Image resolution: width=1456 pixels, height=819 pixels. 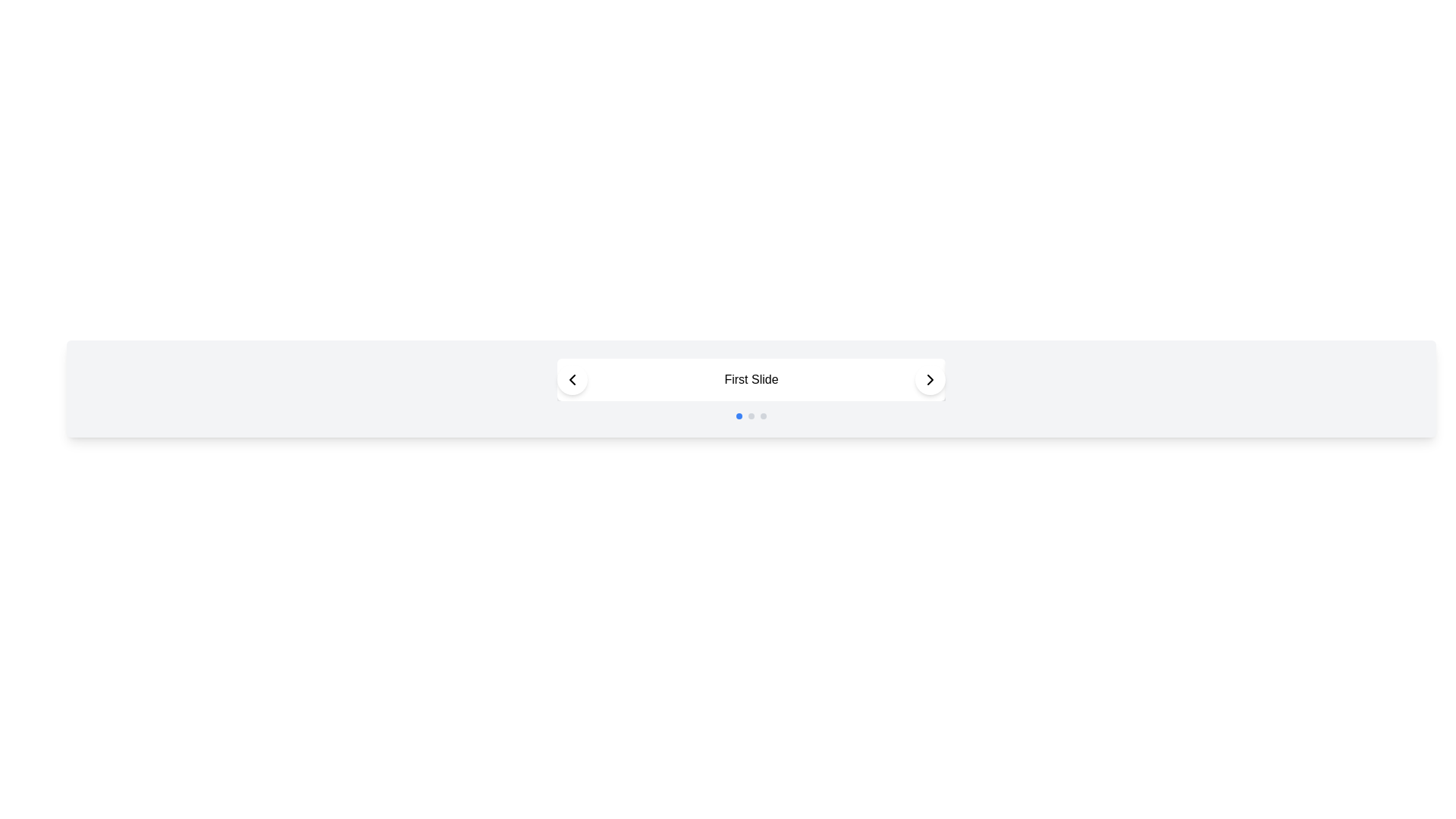 I want to click on the highlighted blue dot of the Carousel Indicator (Dot Navigation) located below the main carousel display area to possibly preview or display a tooltip, so click(x=751, y=416).